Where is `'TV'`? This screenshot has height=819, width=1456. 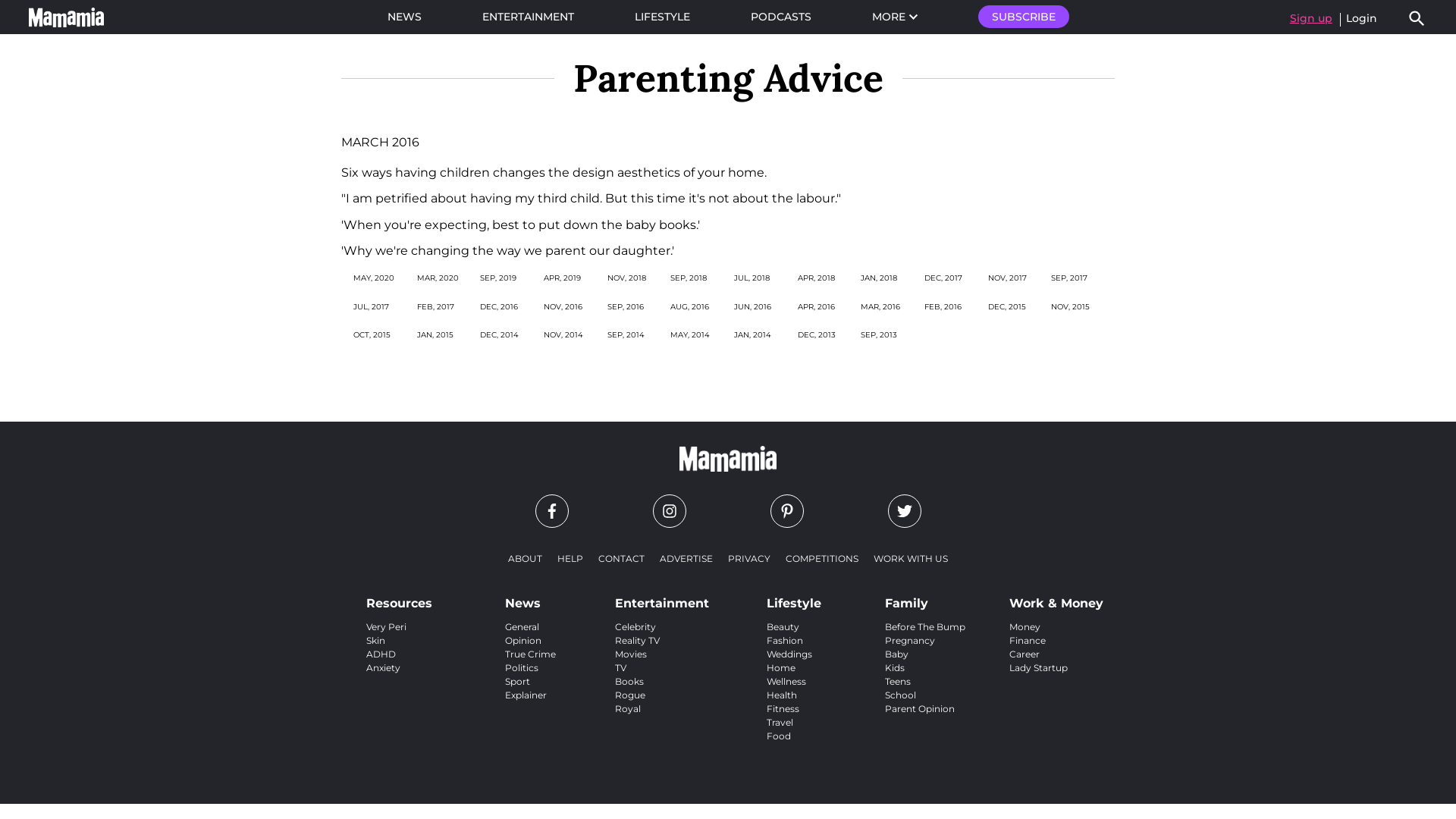
'TV' is located at coordinates (620, 667).